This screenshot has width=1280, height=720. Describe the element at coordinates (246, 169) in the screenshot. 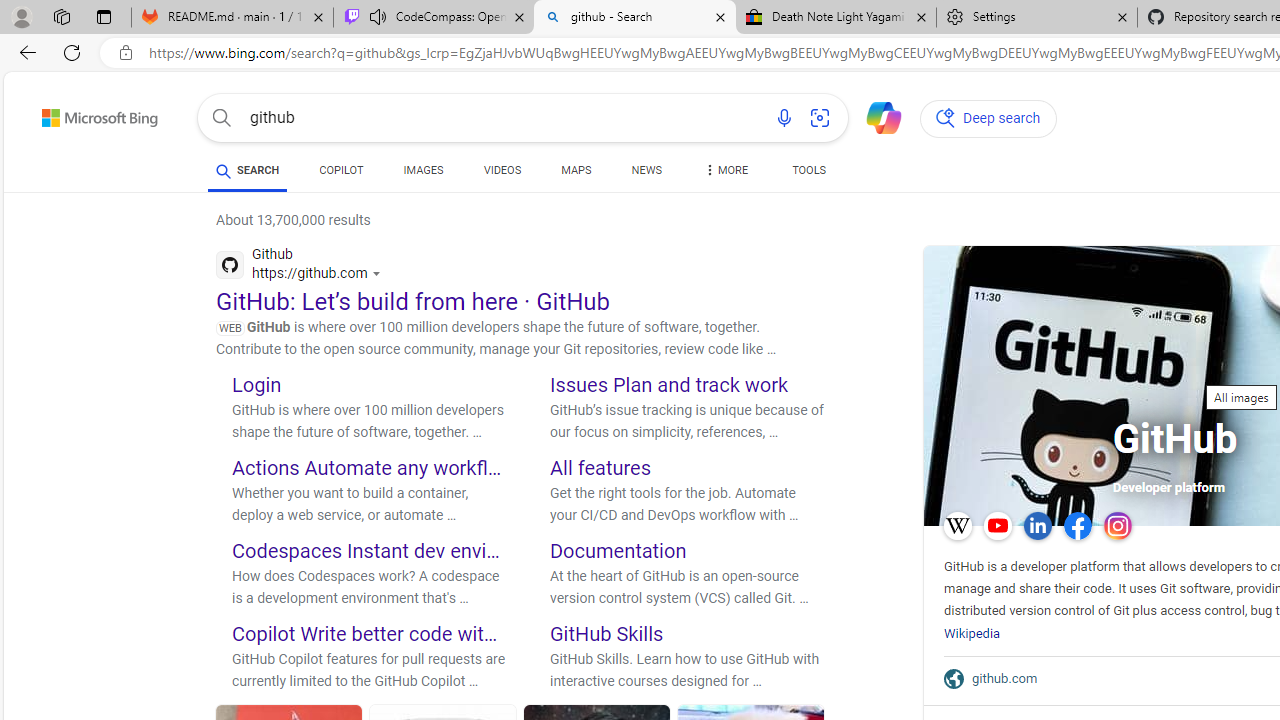

I see `'SEARCH'` at that location.